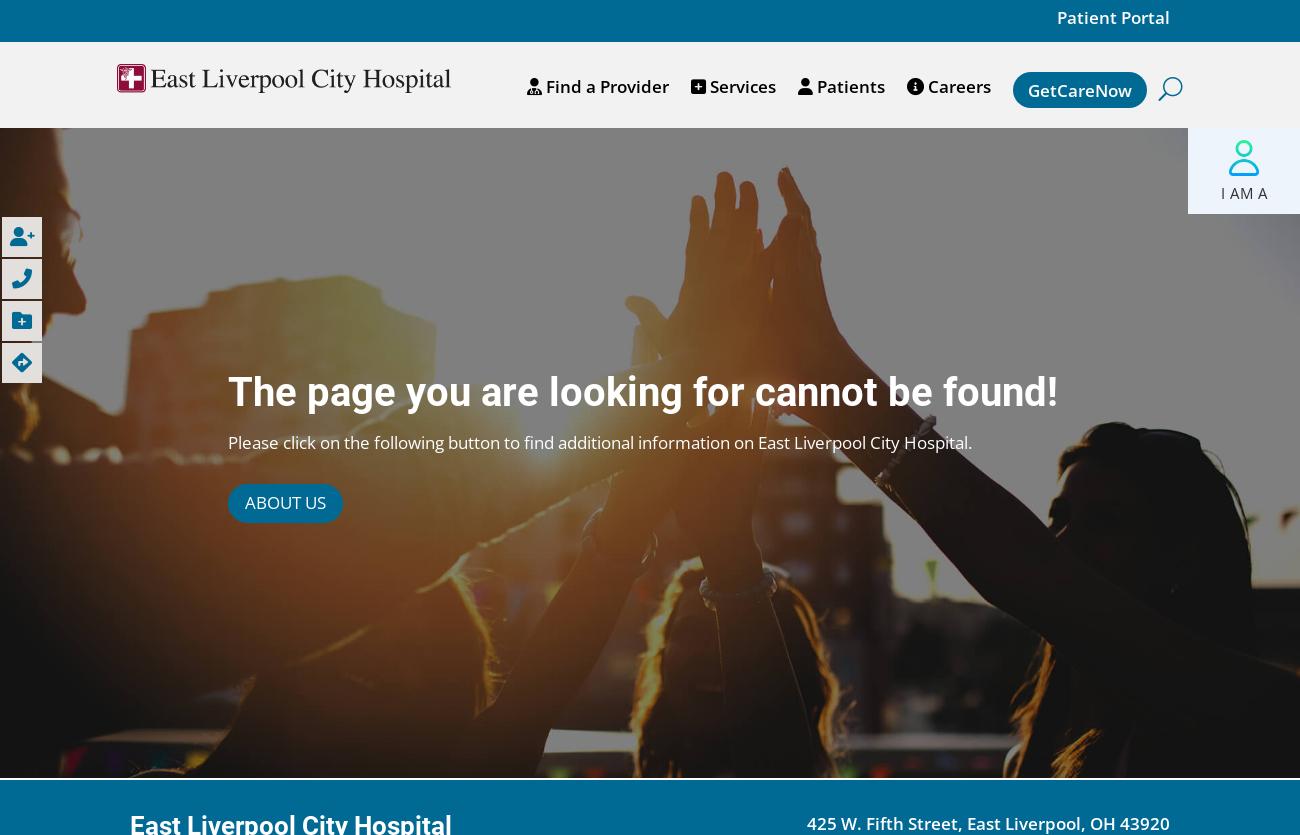 The height and width of the screenshot is (835, 1300). I want to click on 'Directions', so click(63, 362).